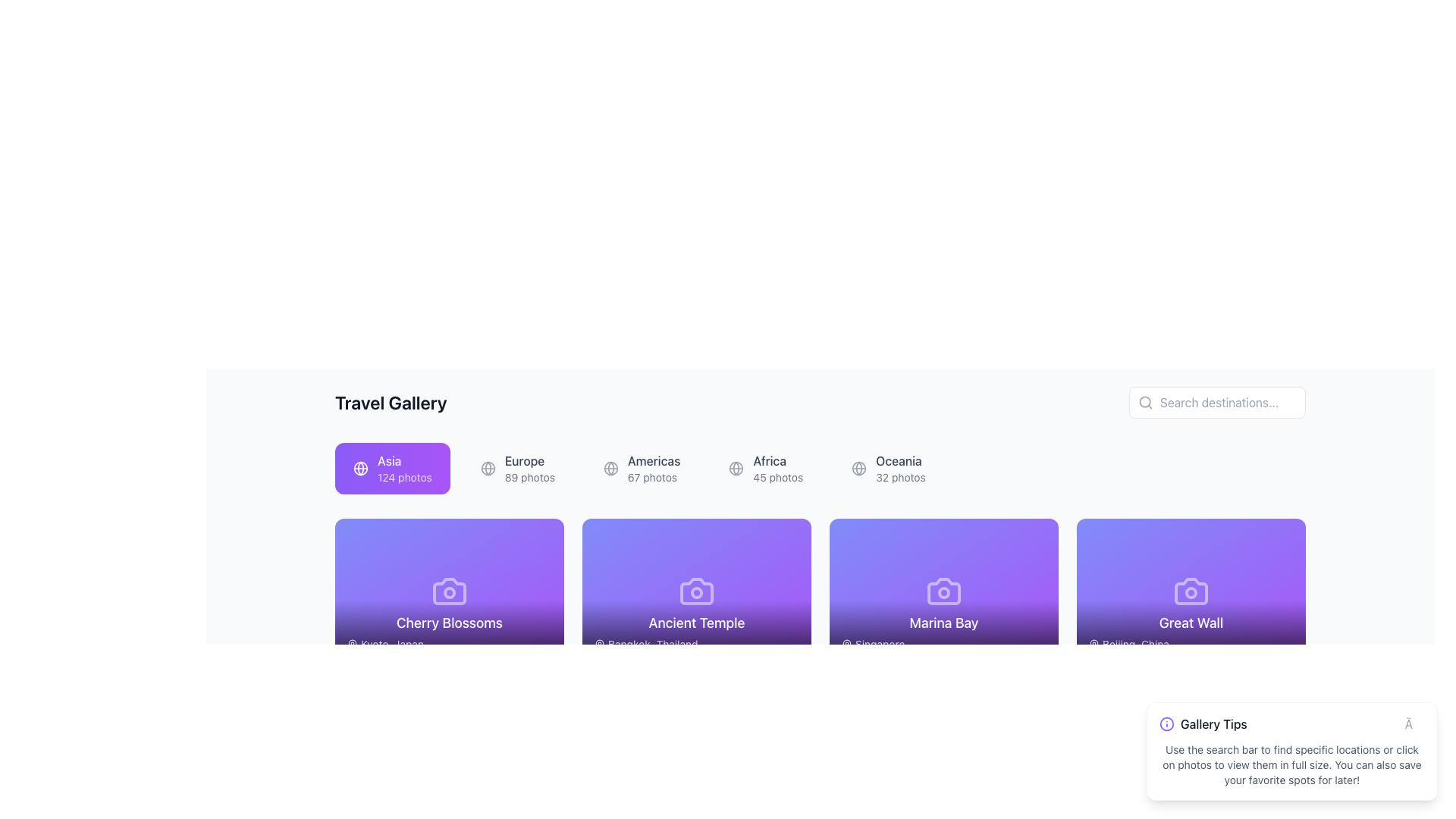 The height and width of the screenshot is (819, 1456). I want to click on the circular gray globe icon representing the Africa category, located at the top of the card labeled 'Africa 45 photos', to view it as a visual decoration, so click(736, 467).